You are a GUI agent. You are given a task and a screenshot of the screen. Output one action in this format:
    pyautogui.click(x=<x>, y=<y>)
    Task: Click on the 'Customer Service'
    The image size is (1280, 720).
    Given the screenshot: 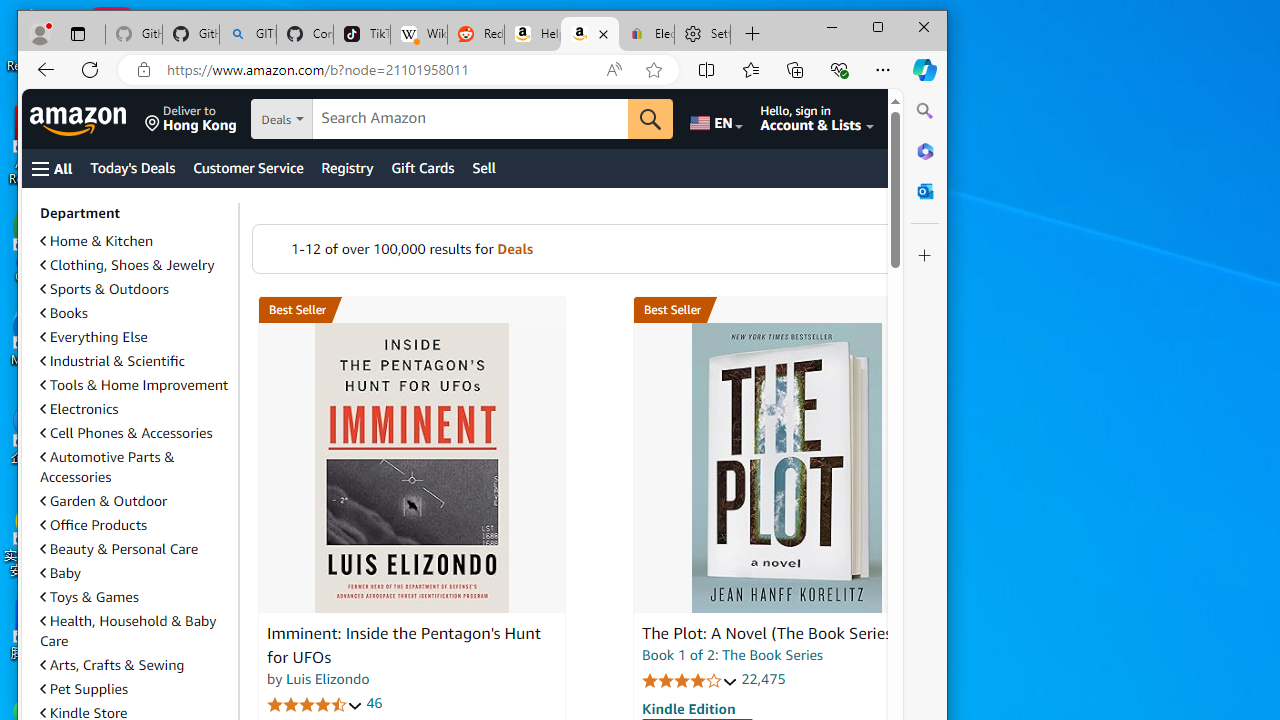 What is the action you would take?
    pyautogui.click(x=247, y=167)
    